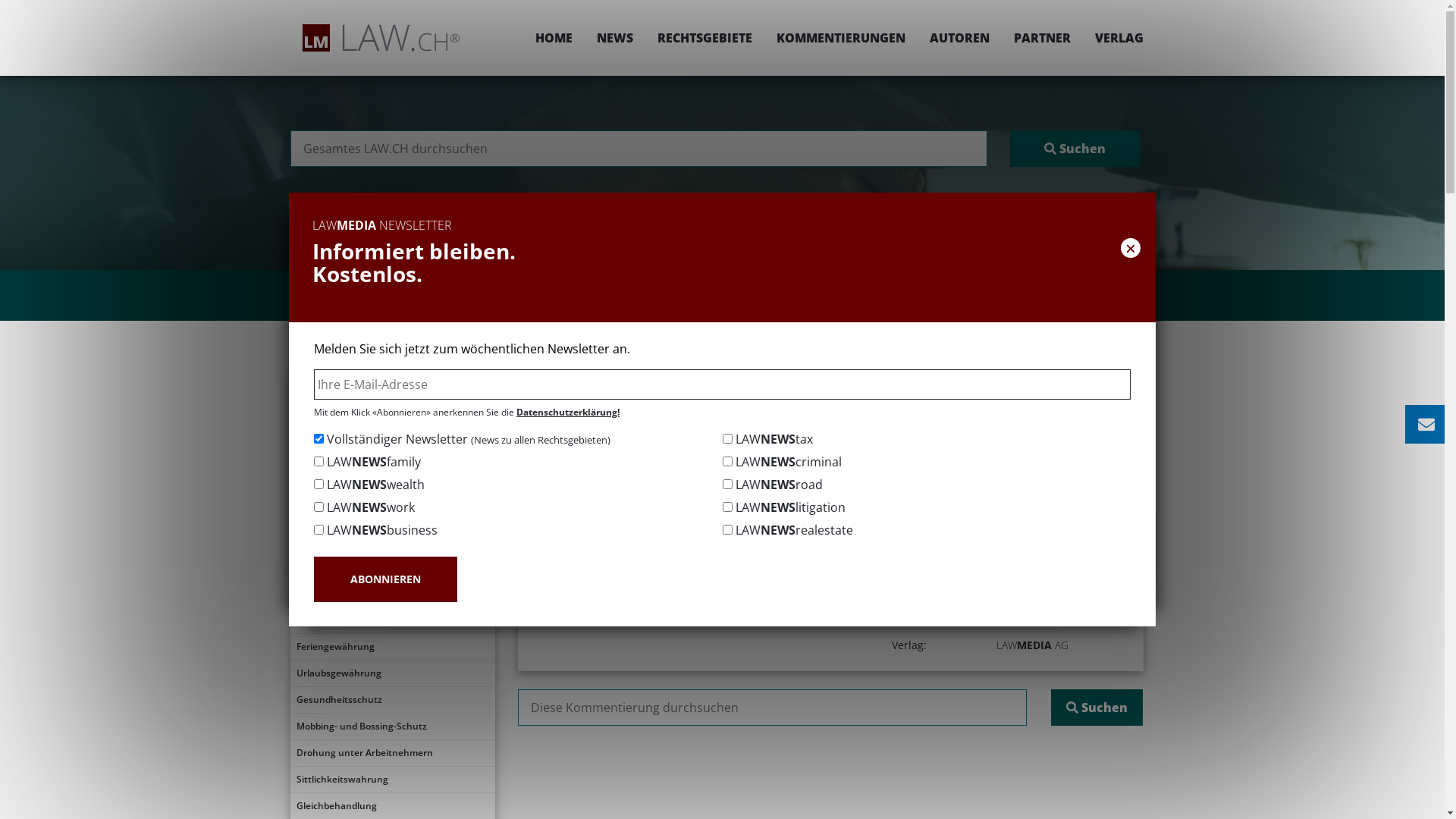 Image resolution: width=1456 pixels, height=819 pixels. Describe the element at coordinates (582, 37) in the screenshot. I see `'NEWS'` at that location.